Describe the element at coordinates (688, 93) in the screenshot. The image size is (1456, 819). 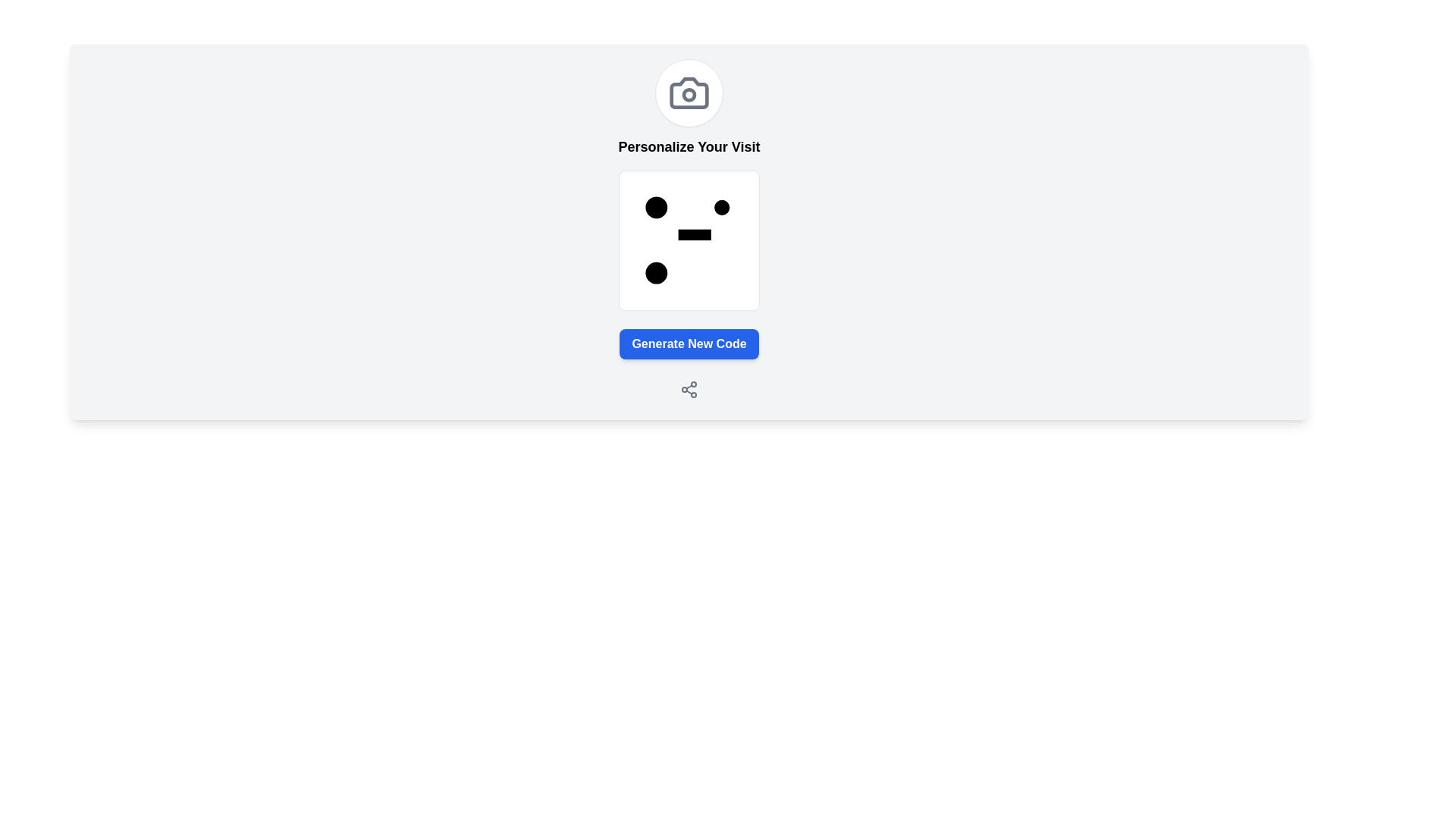
I see `the circular button with a camera icon in the middle` at that location.